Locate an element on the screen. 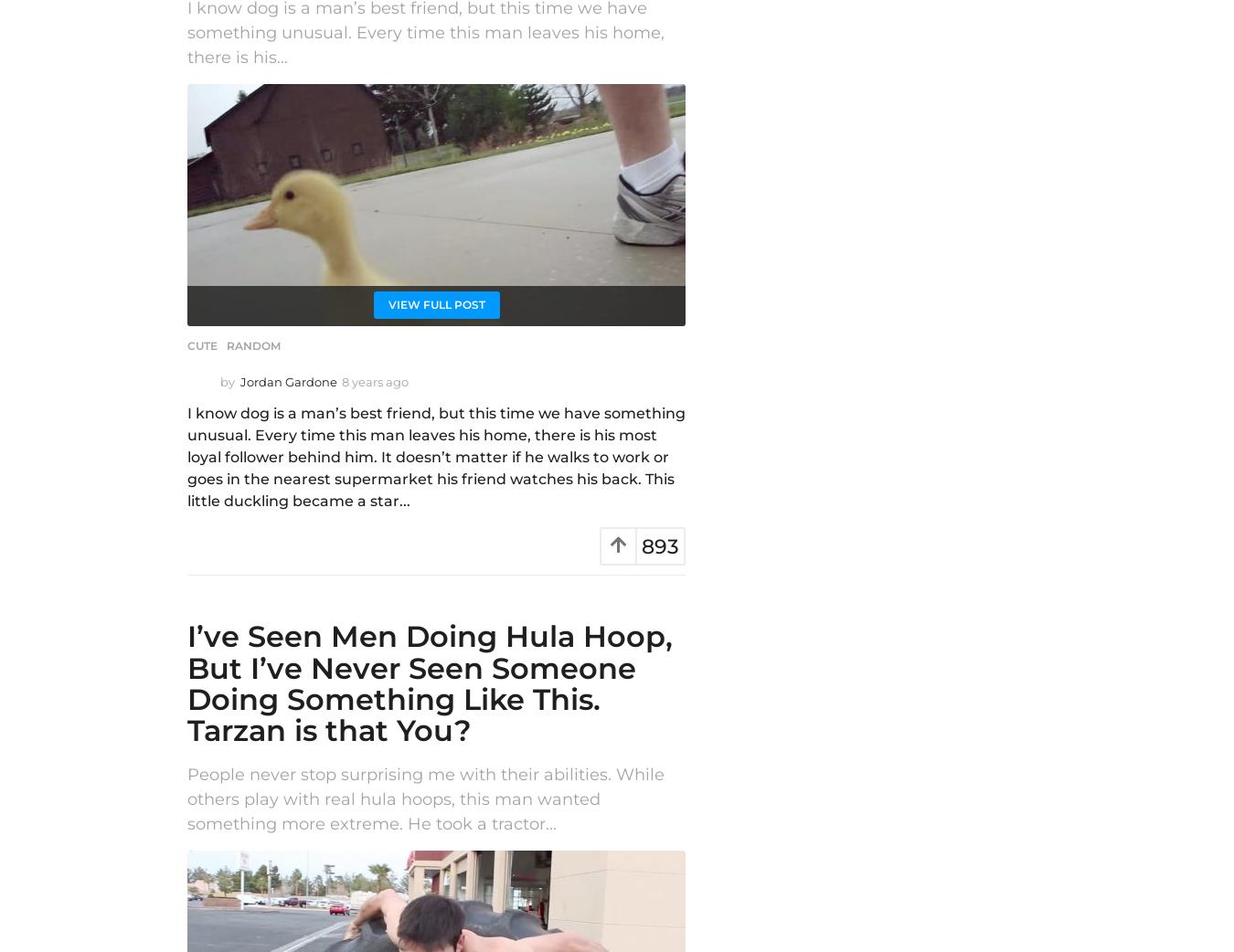  'by' is located at coordinates (226, 381).